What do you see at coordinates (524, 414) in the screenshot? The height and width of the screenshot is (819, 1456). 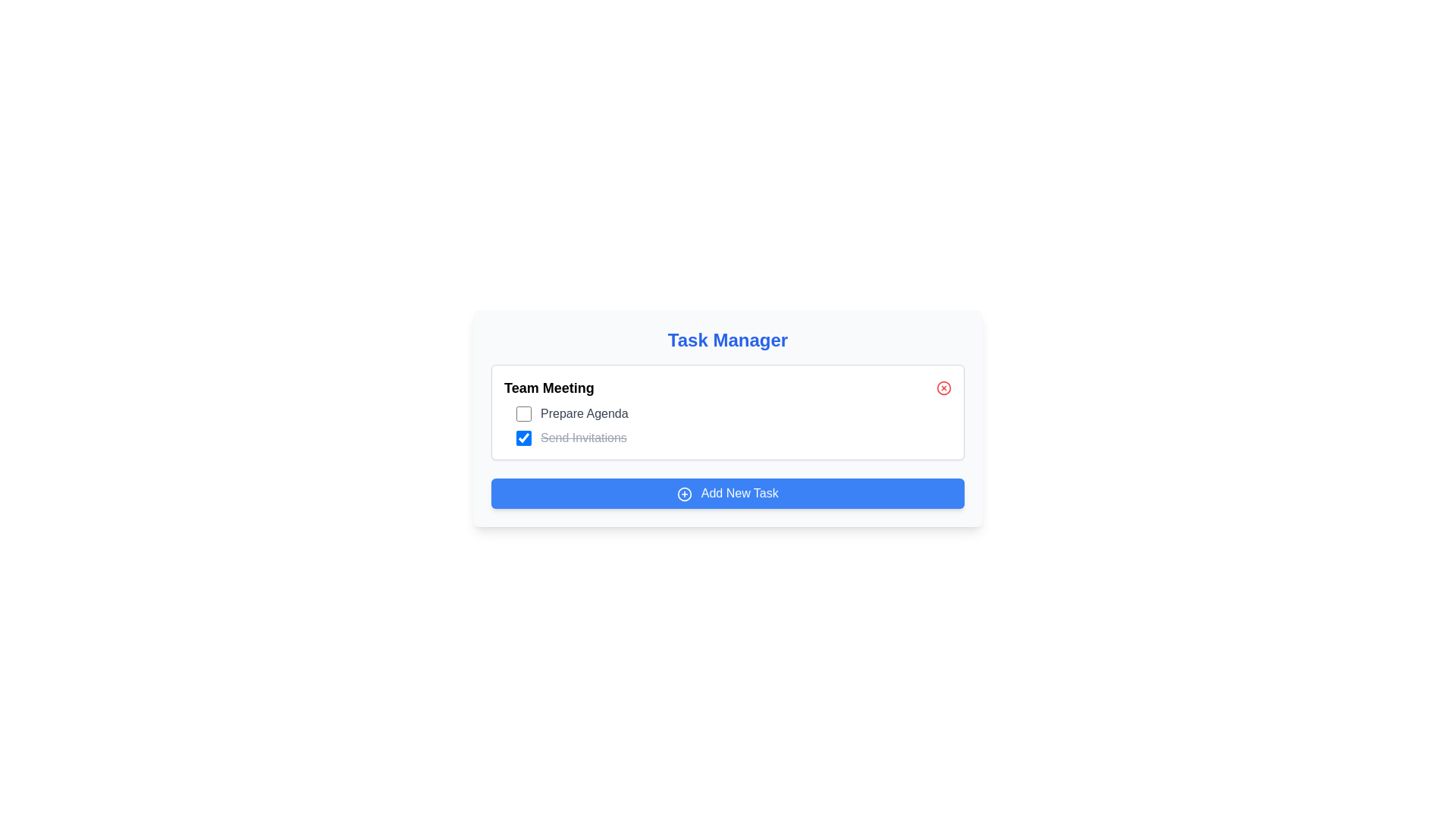 I see `the checkbox used to toggle the completion status of the task 'Prepare Agenda' located in the 'Team Meeting' section` at bounding box center [524, 414].